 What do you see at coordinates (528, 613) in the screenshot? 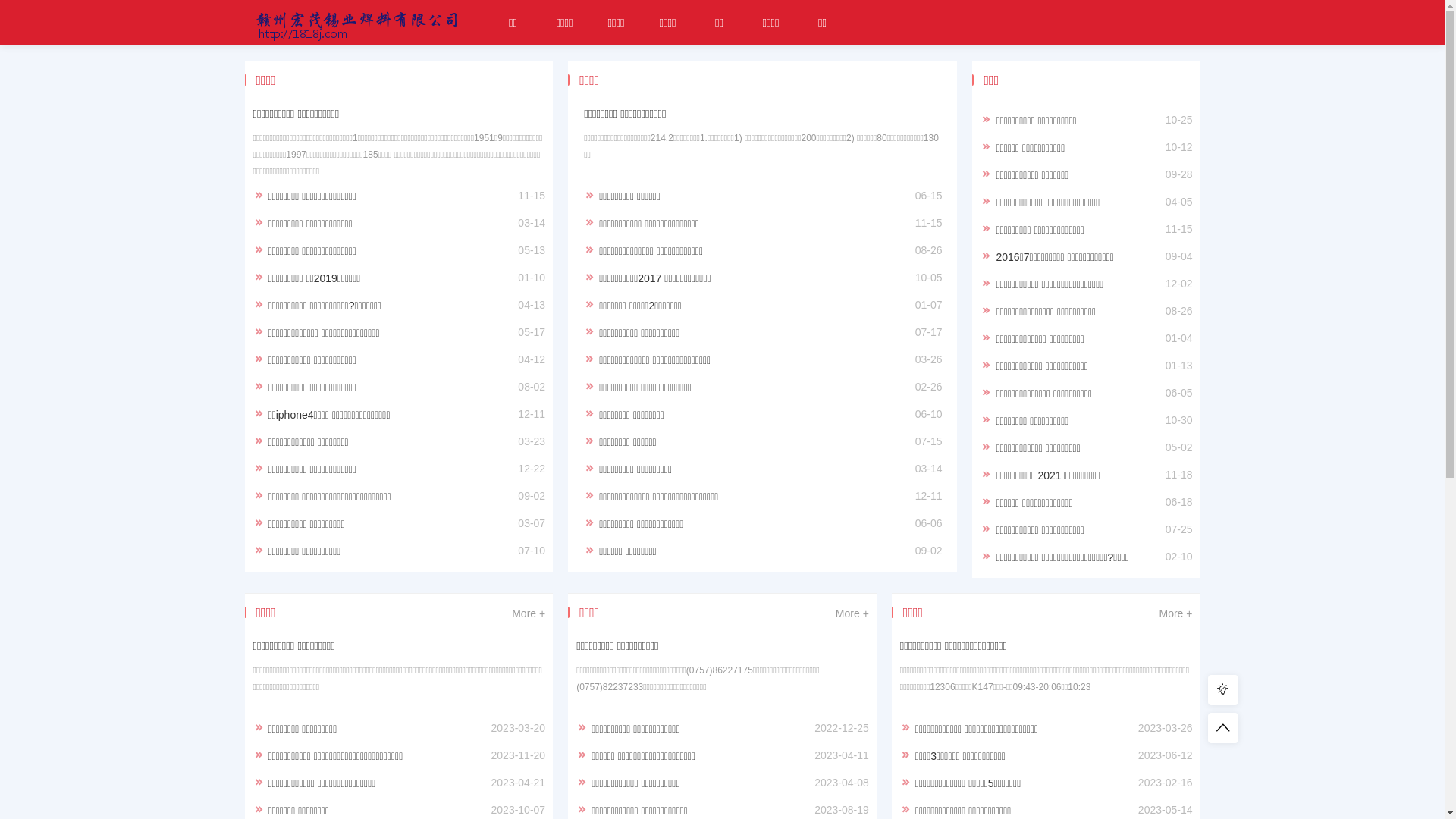
I see `'More +'` at bounding box center [528, 613].